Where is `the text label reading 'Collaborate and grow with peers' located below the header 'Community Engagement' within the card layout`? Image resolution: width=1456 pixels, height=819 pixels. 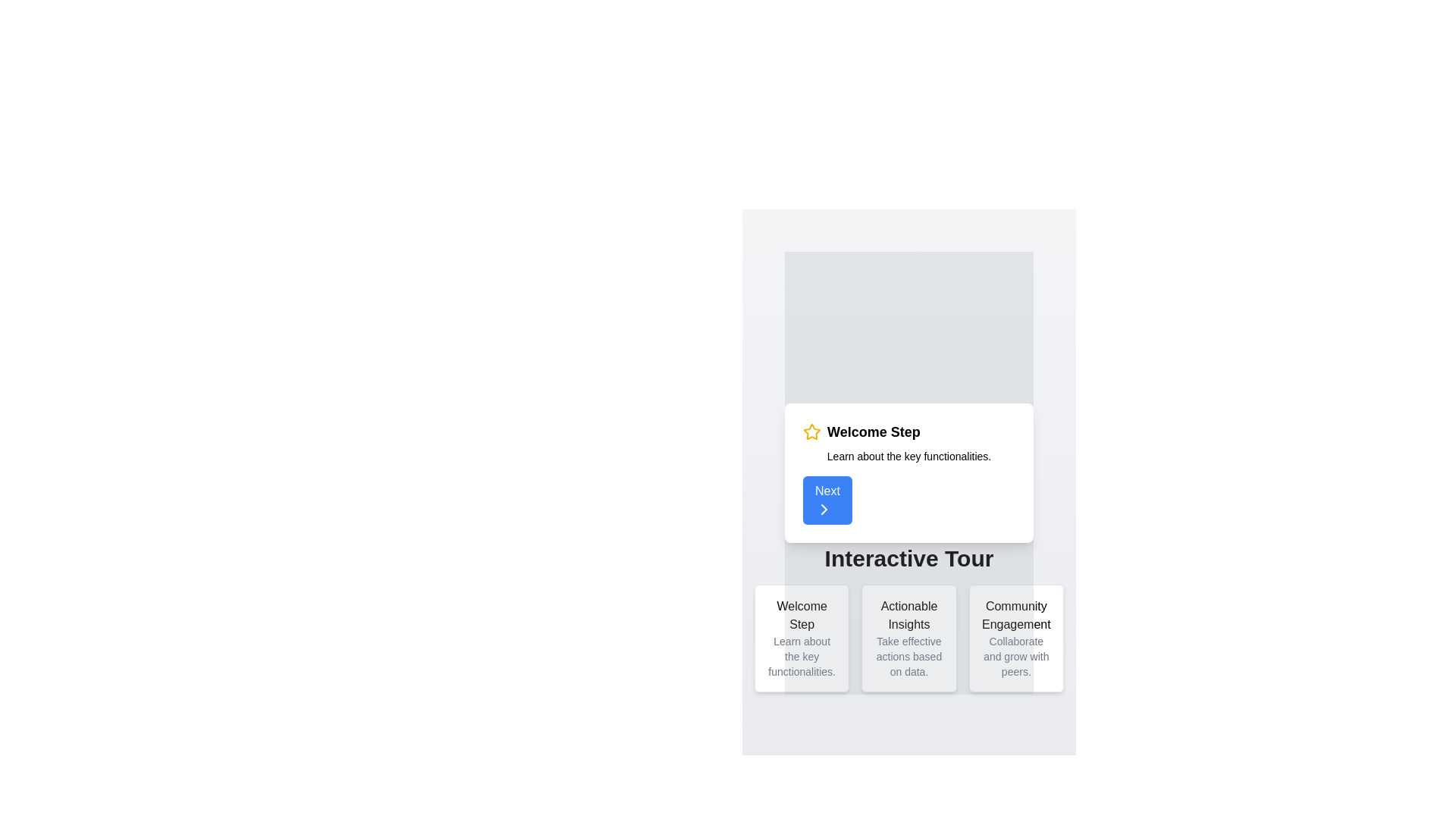
the text label reading 'Collaborate and grow with peers' located below the header 'Community Engagement' within the card layout is located at coordinates (1016, 656).